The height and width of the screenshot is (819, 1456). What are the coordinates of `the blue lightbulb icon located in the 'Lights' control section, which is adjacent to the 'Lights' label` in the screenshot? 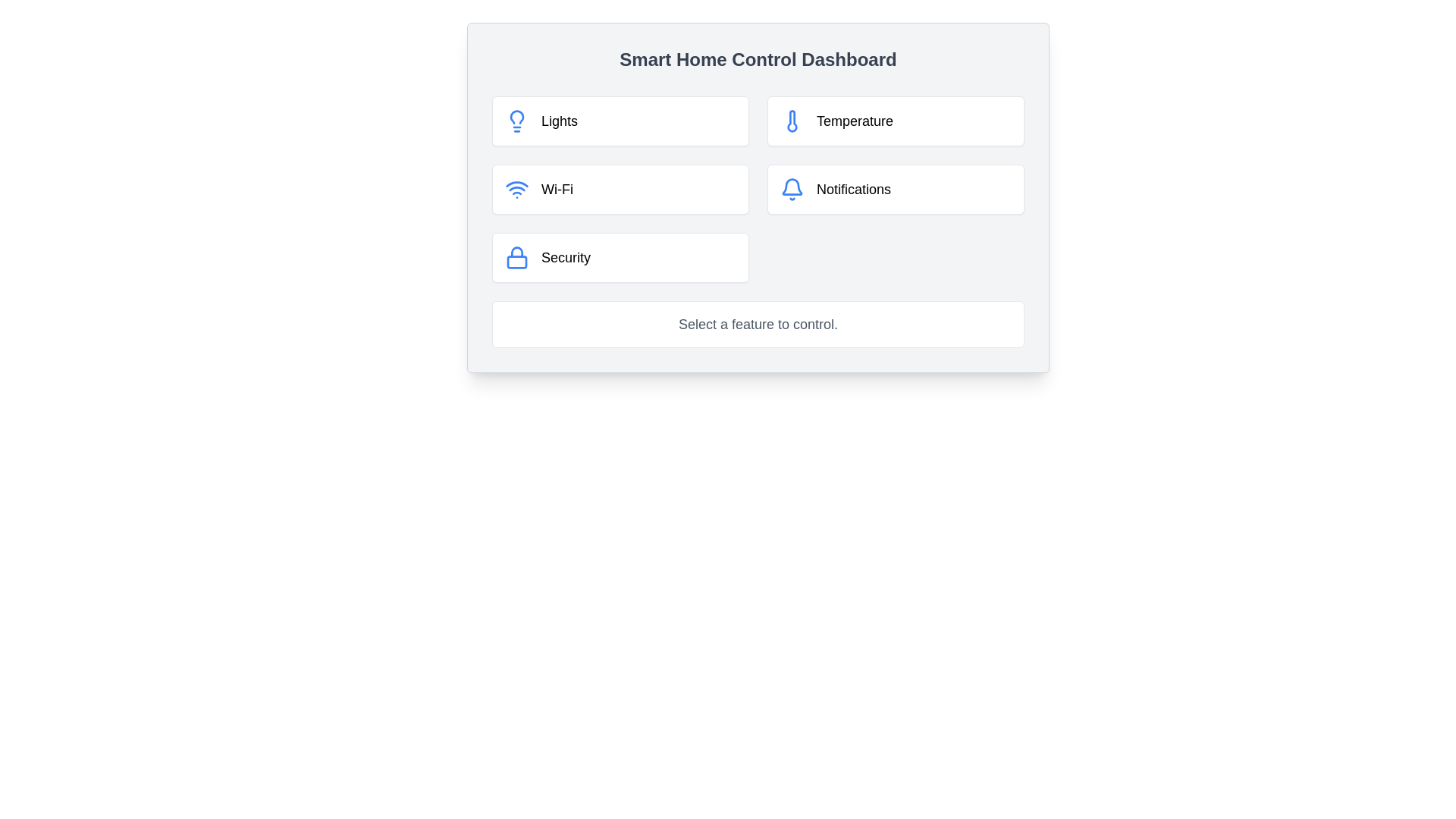 It's located at (516, 120).